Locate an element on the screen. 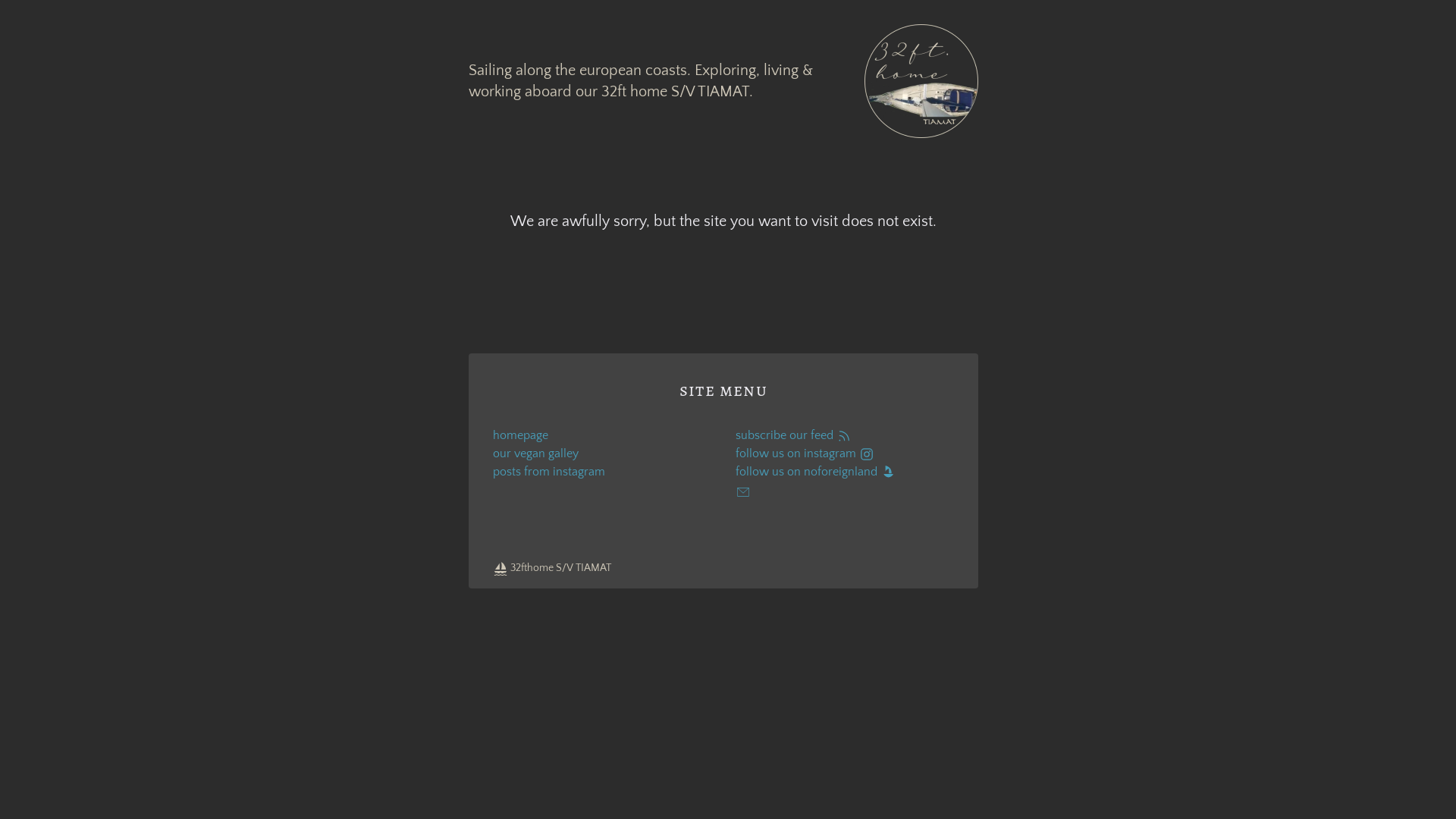 Image resolution: width=1456 pixels, height=819 pixels. 'follow us on noforeignland' is located at coordinates (843, 471).